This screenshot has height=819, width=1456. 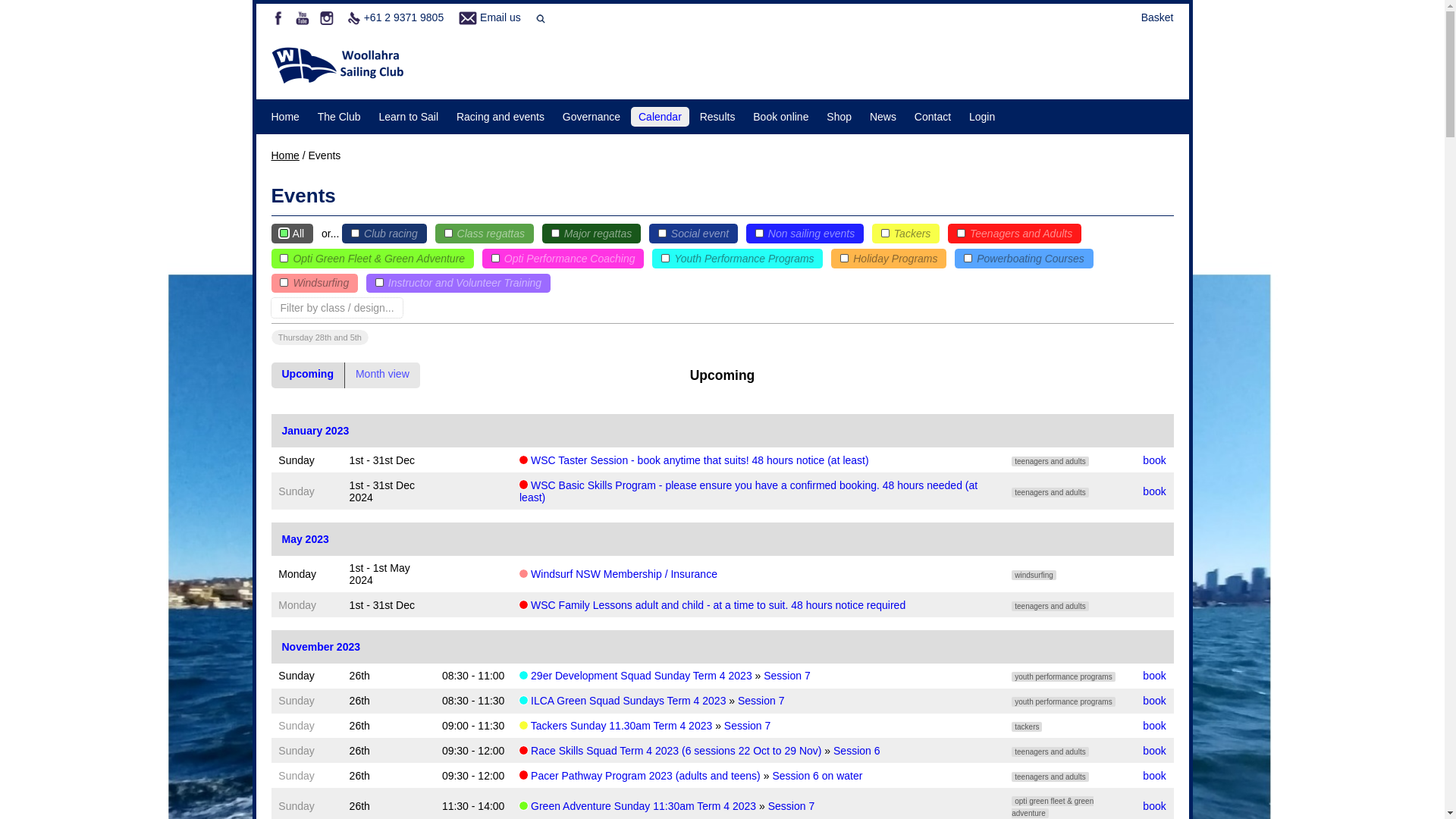 What do you see at coordinates (1153, 775) in the screenshot?
I see `'book'` at bounding box center [1153, 775].